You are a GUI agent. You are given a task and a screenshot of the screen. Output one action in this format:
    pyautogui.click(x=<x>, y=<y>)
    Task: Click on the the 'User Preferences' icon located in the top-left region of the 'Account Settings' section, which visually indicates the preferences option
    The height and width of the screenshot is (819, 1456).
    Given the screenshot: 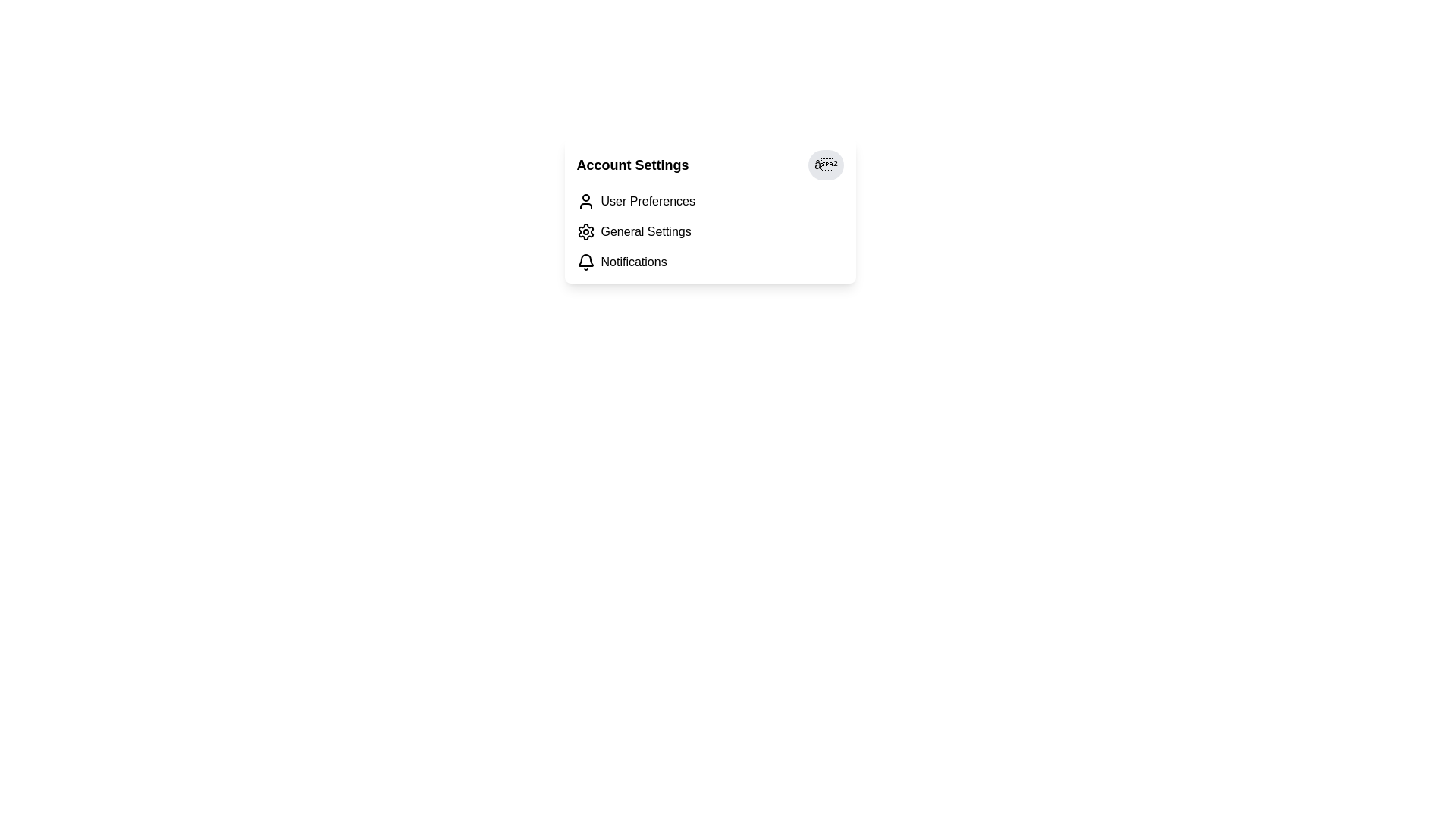 What is the action you would take?
    pyautogui.click(x=585, y=201)
    